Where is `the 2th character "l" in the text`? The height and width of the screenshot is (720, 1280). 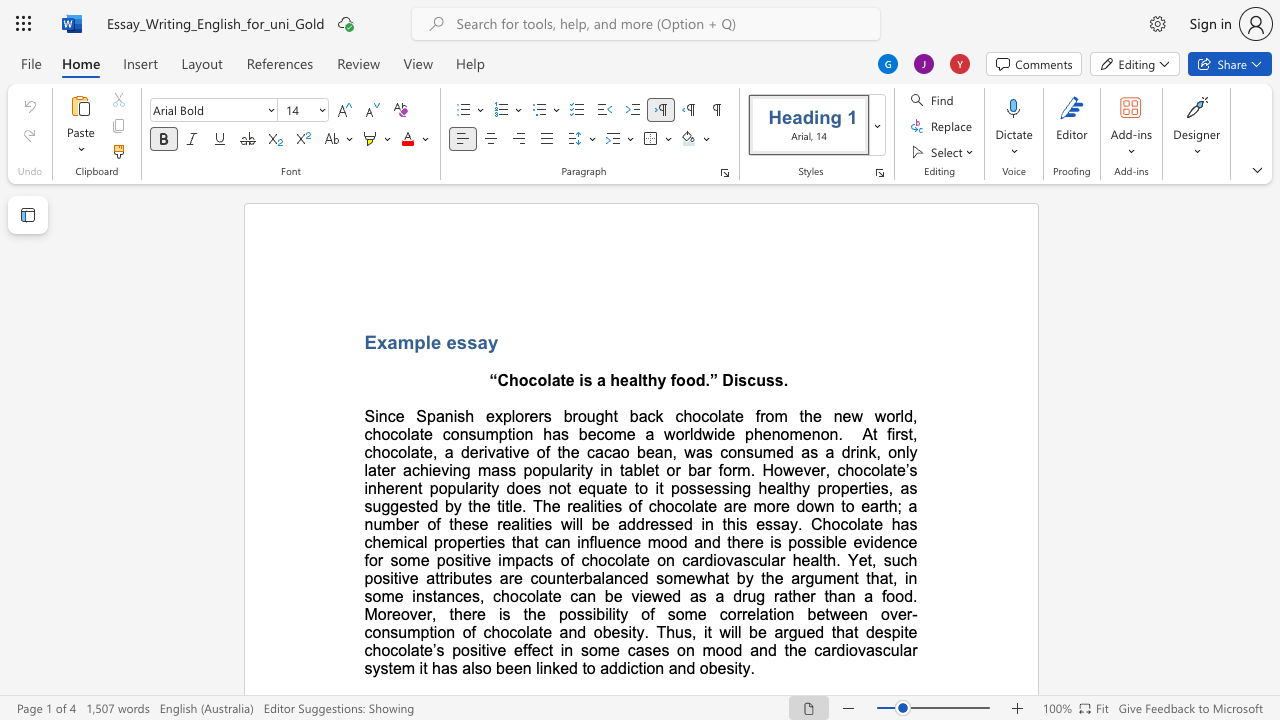
the 2th character "l" in the text is located at coordinates (640, 380).